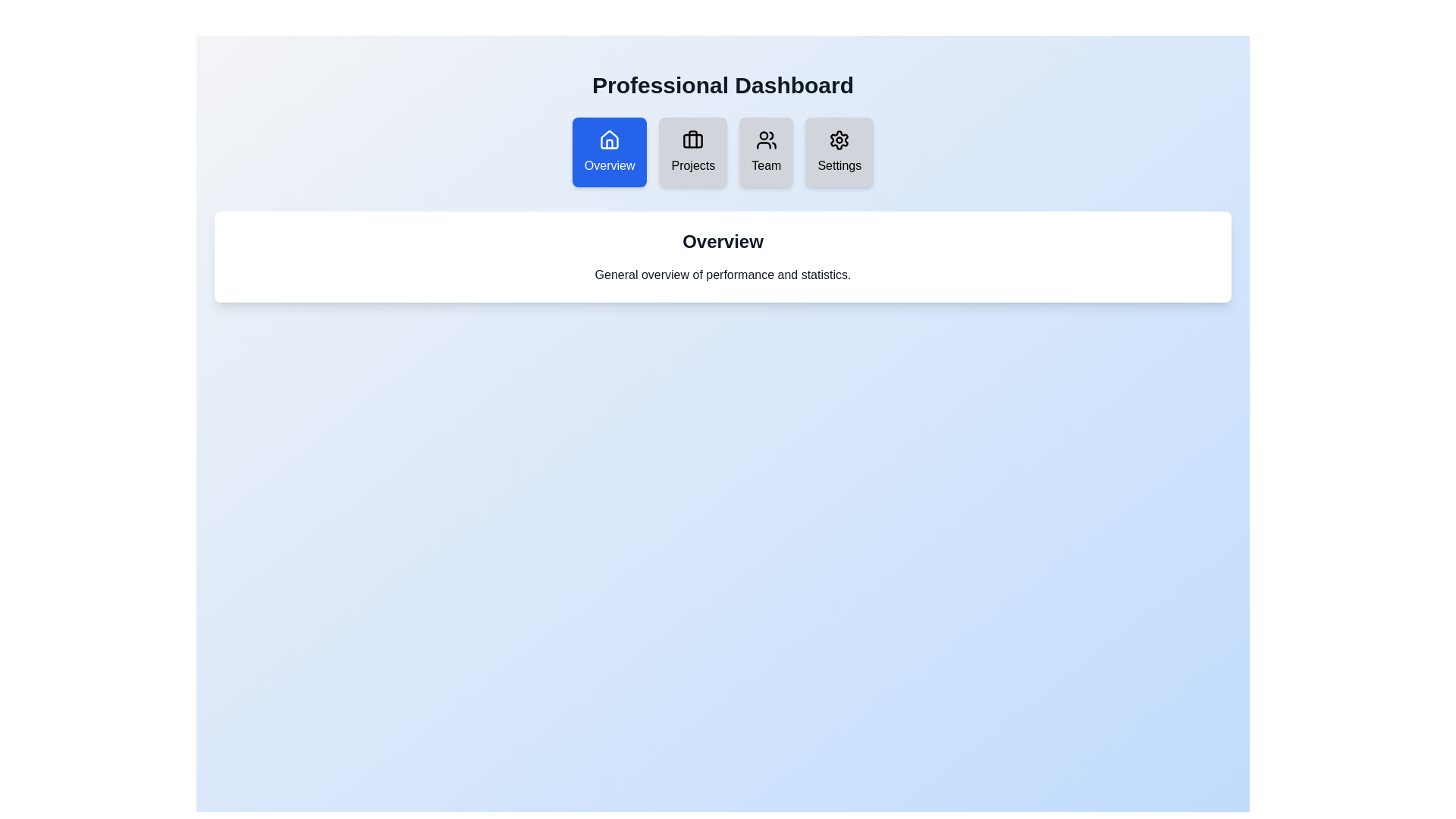 This screenshot has height=819, width=1456. I want to click on the tab labeled Overview to observe its visual effects, so click(610, 152).